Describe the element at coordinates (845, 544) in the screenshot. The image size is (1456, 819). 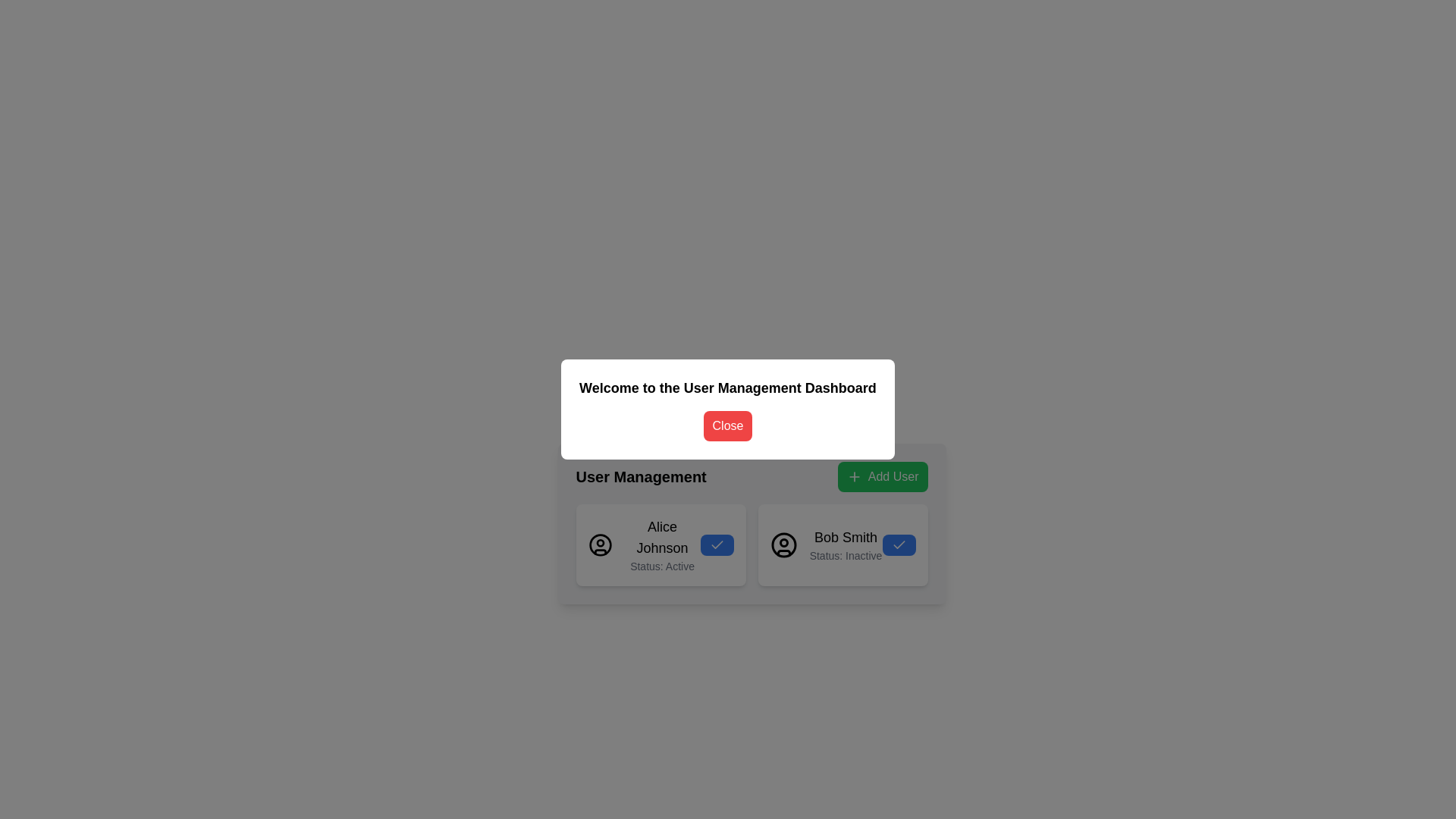
I see `the text label displaying 'Bob Smith' and their status 'Inactive' located in the second card under the 'User Management' section` at that location.